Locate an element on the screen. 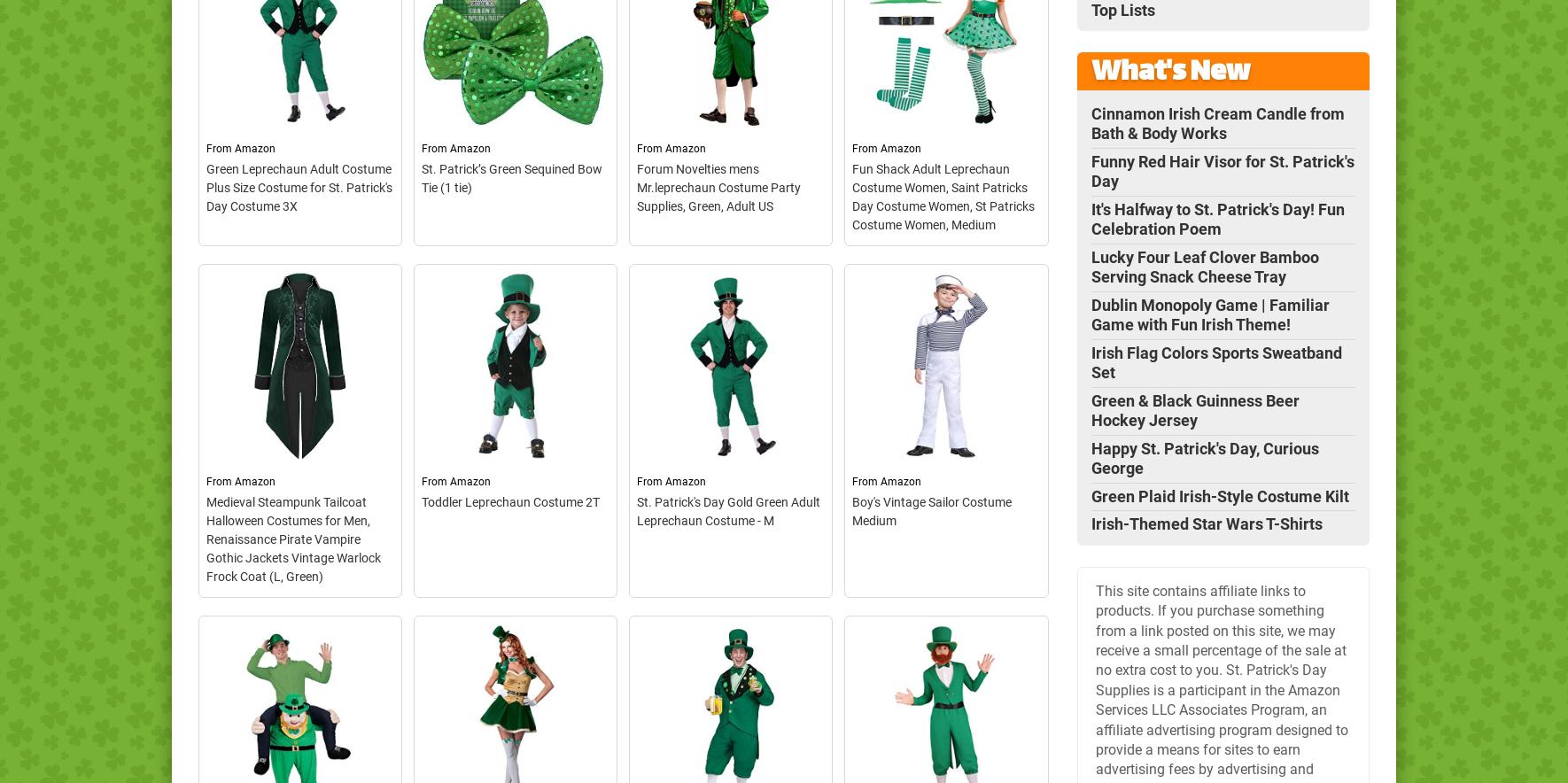 This screenshot has height=783, width=1568. 'Boy's Vintage Sailor Costume Medium' is located at coordinates (932, 510).